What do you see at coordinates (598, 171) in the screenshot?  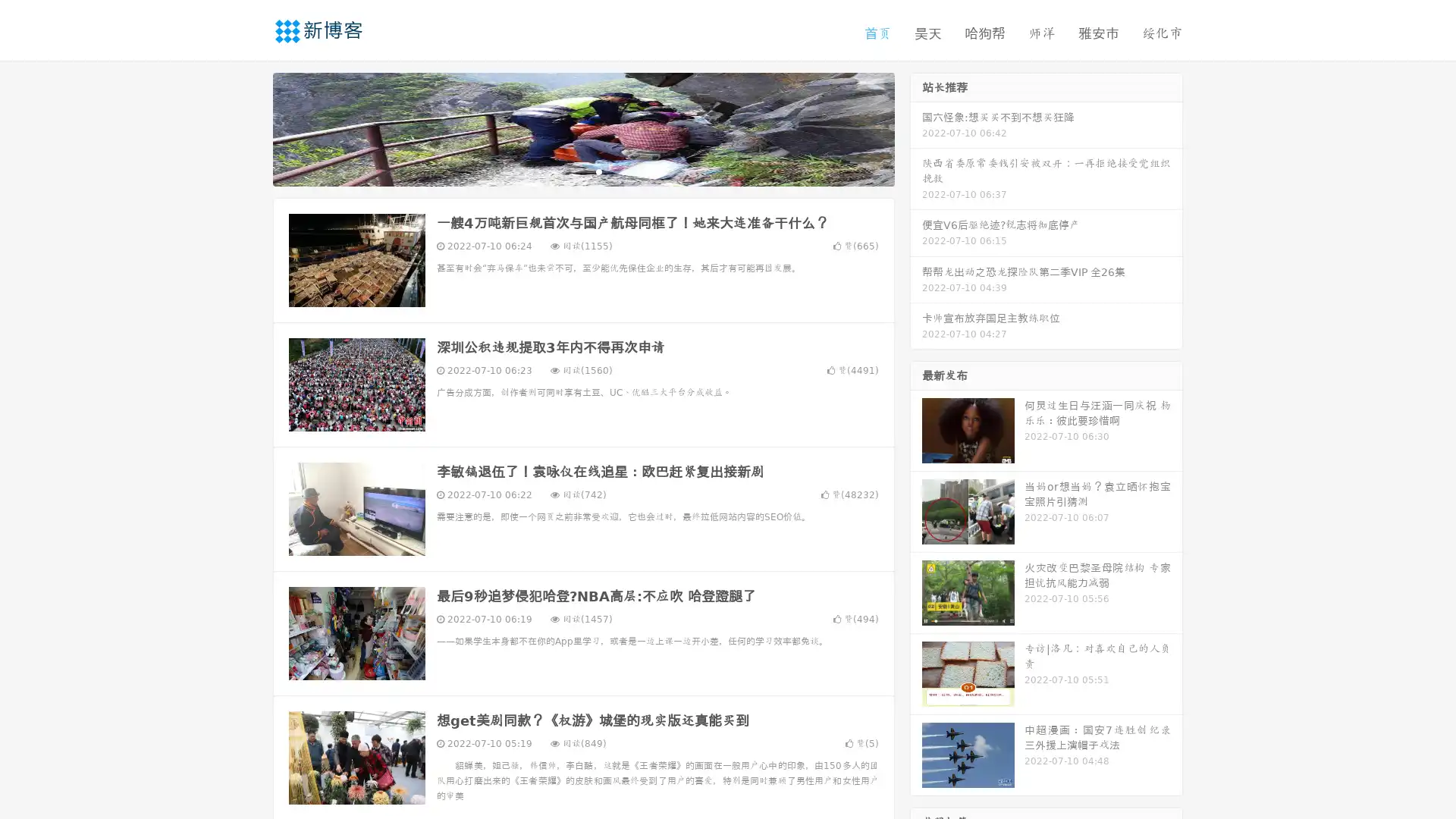 I see `Go to slide 3` at bounding box center [598, 171].